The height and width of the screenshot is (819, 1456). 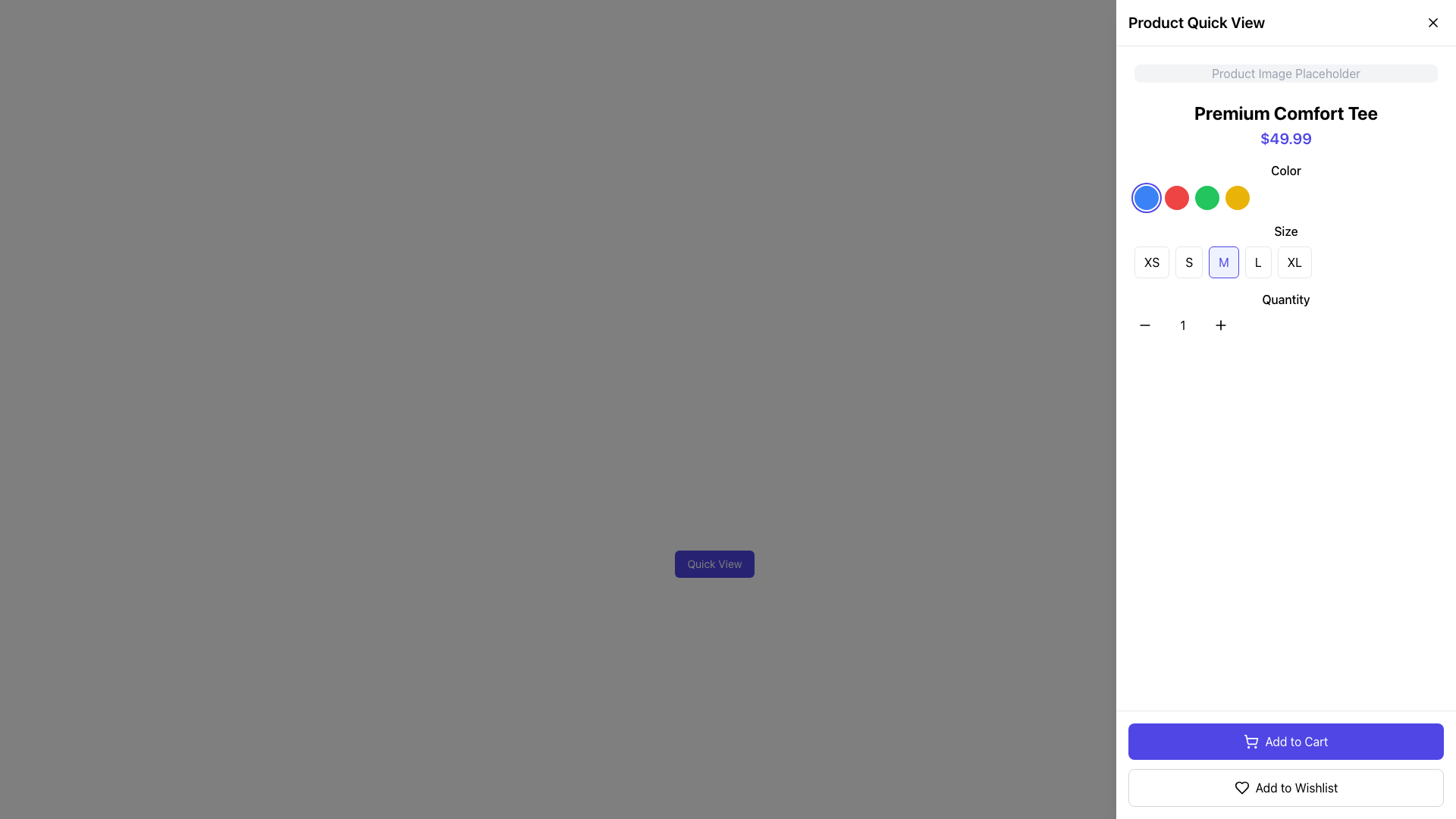 I want to click on the plus icon button in the quantity selector area under the 'Quantity' label, so click(x=1220, y=324).